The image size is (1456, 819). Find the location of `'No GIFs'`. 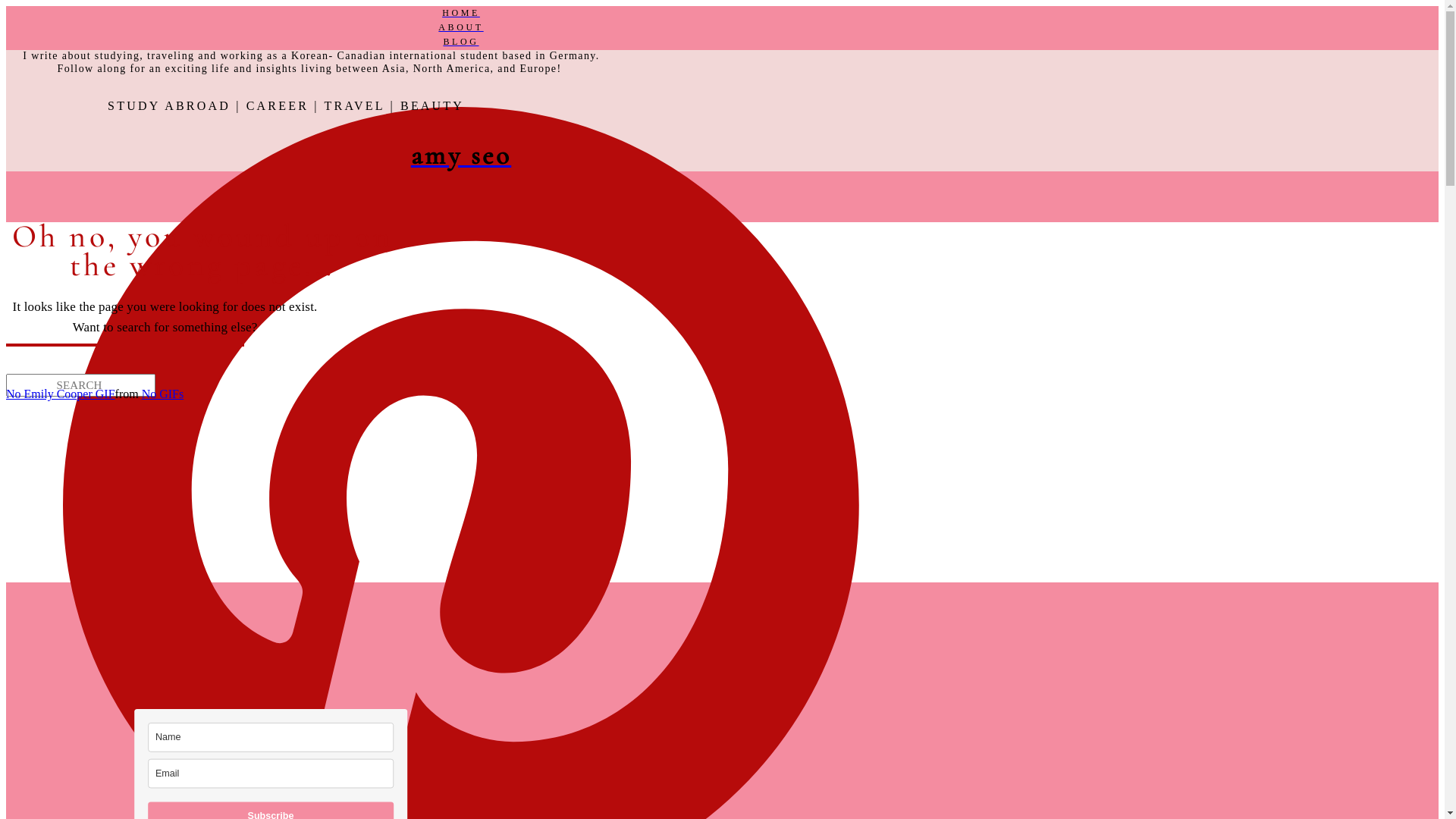

'No GIFs' is located at coordinates (163, 393).